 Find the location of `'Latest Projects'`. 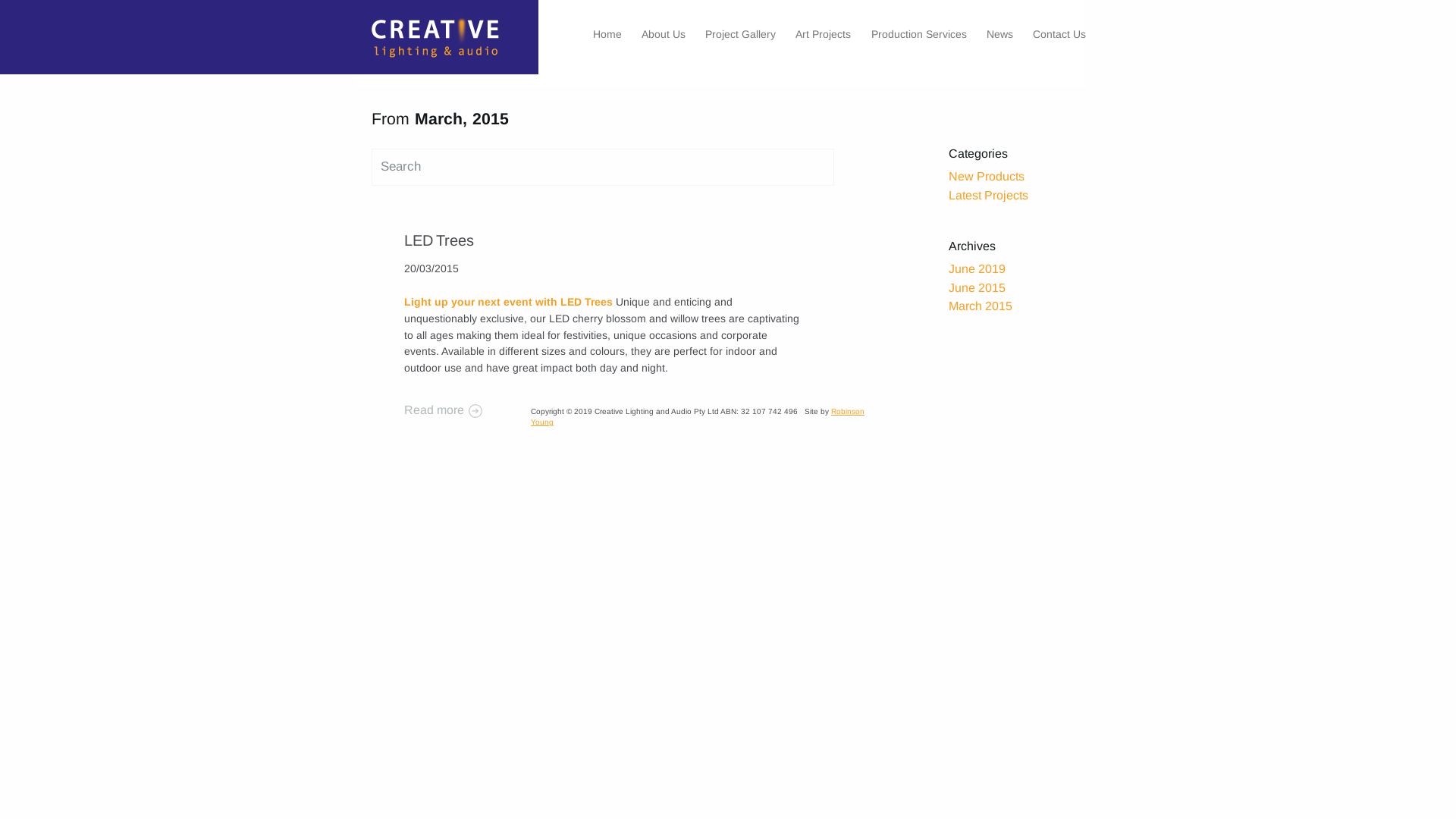

'Latest Projects' is located at coordinates (988, 194).